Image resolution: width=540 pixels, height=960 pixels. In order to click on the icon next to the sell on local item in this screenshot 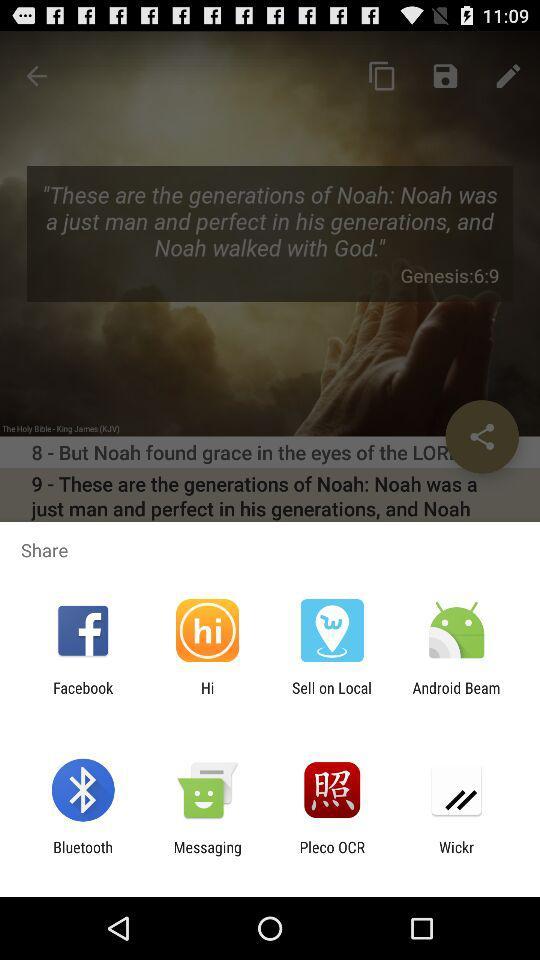, I will do `click(456, 696)`.